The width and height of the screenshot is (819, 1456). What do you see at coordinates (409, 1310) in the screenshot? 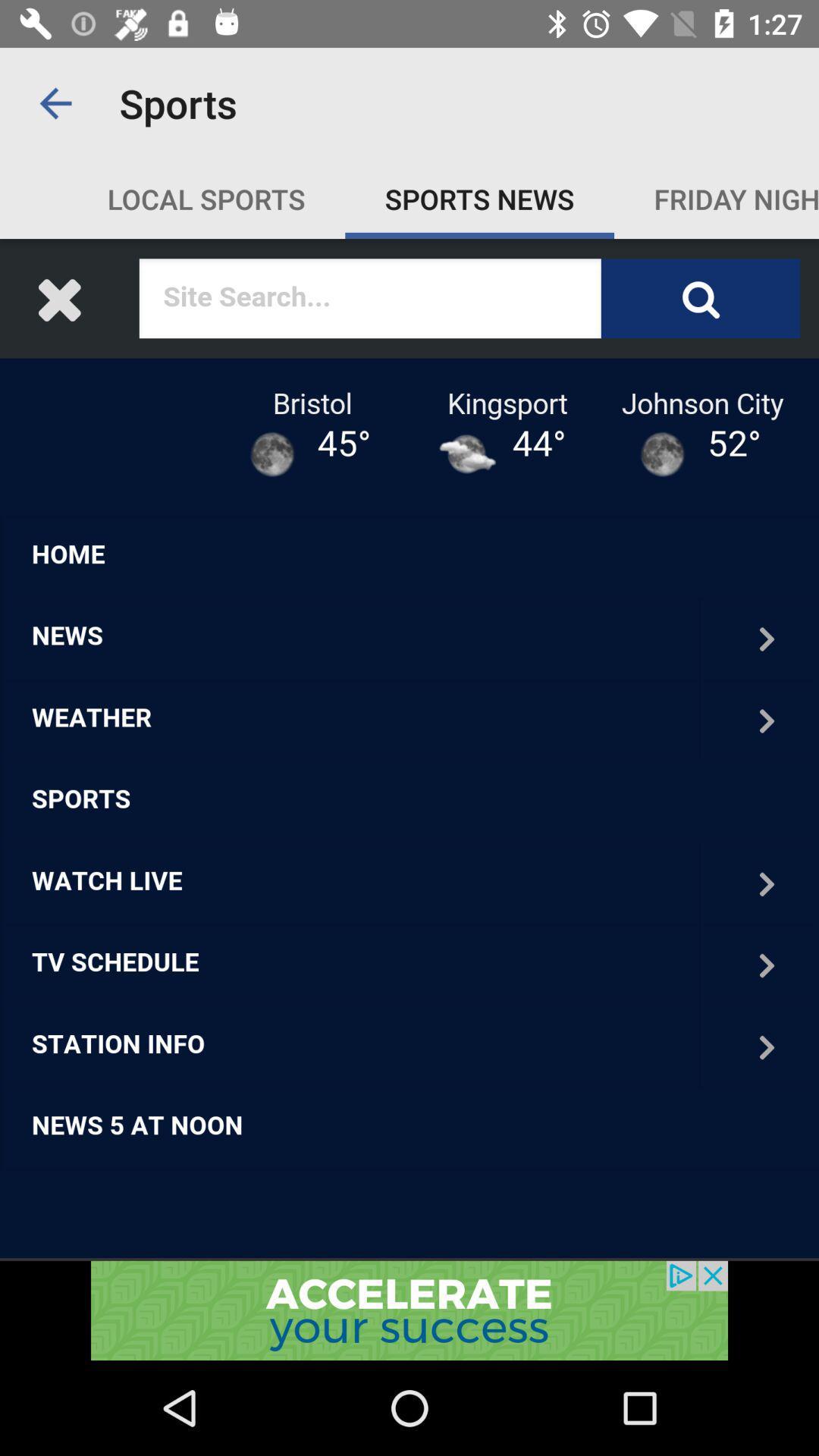
I see `go` at bounding box center [409, 1310].